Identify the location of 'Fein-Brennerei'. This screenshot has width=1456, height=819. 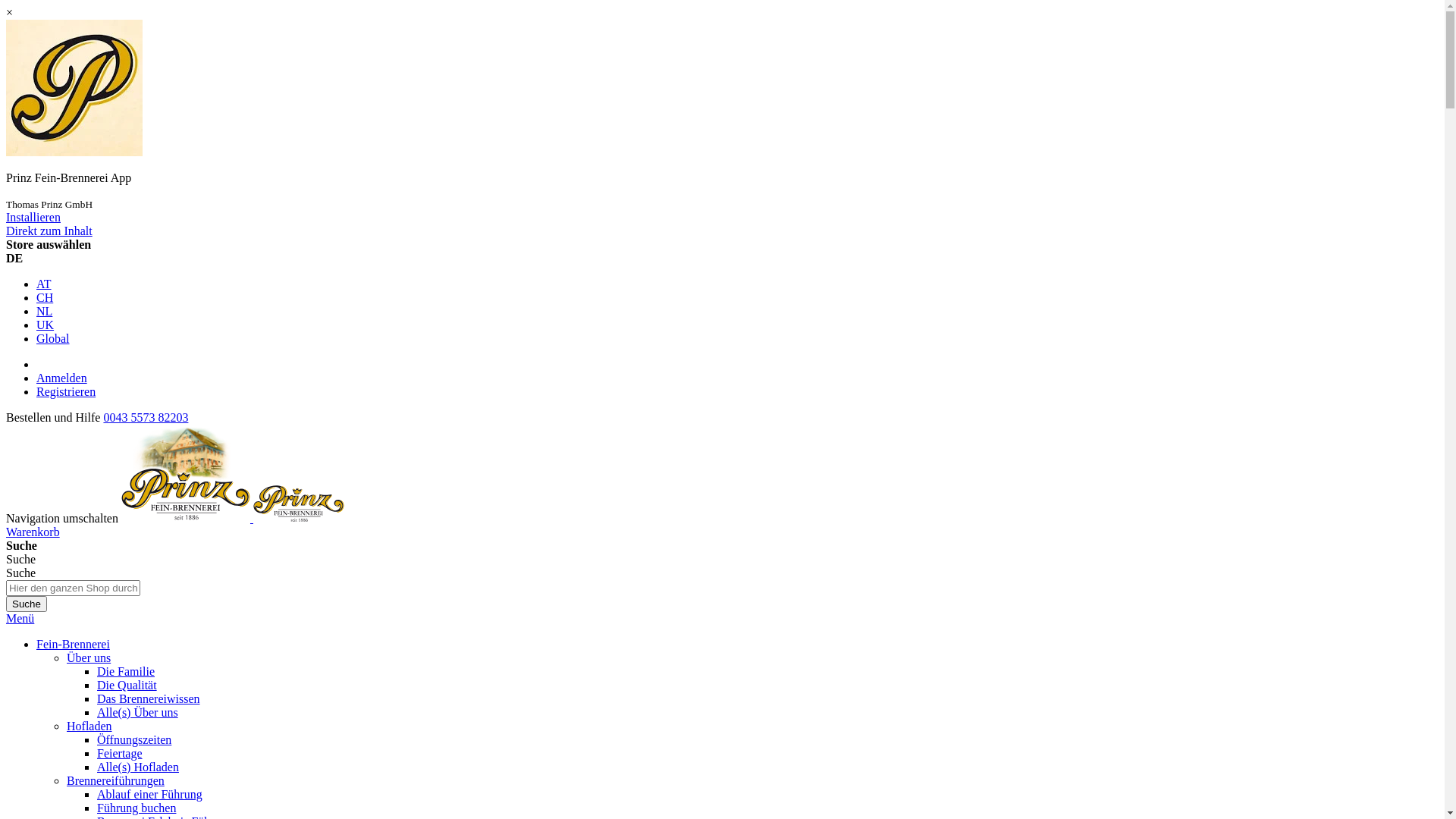
(36, 644).